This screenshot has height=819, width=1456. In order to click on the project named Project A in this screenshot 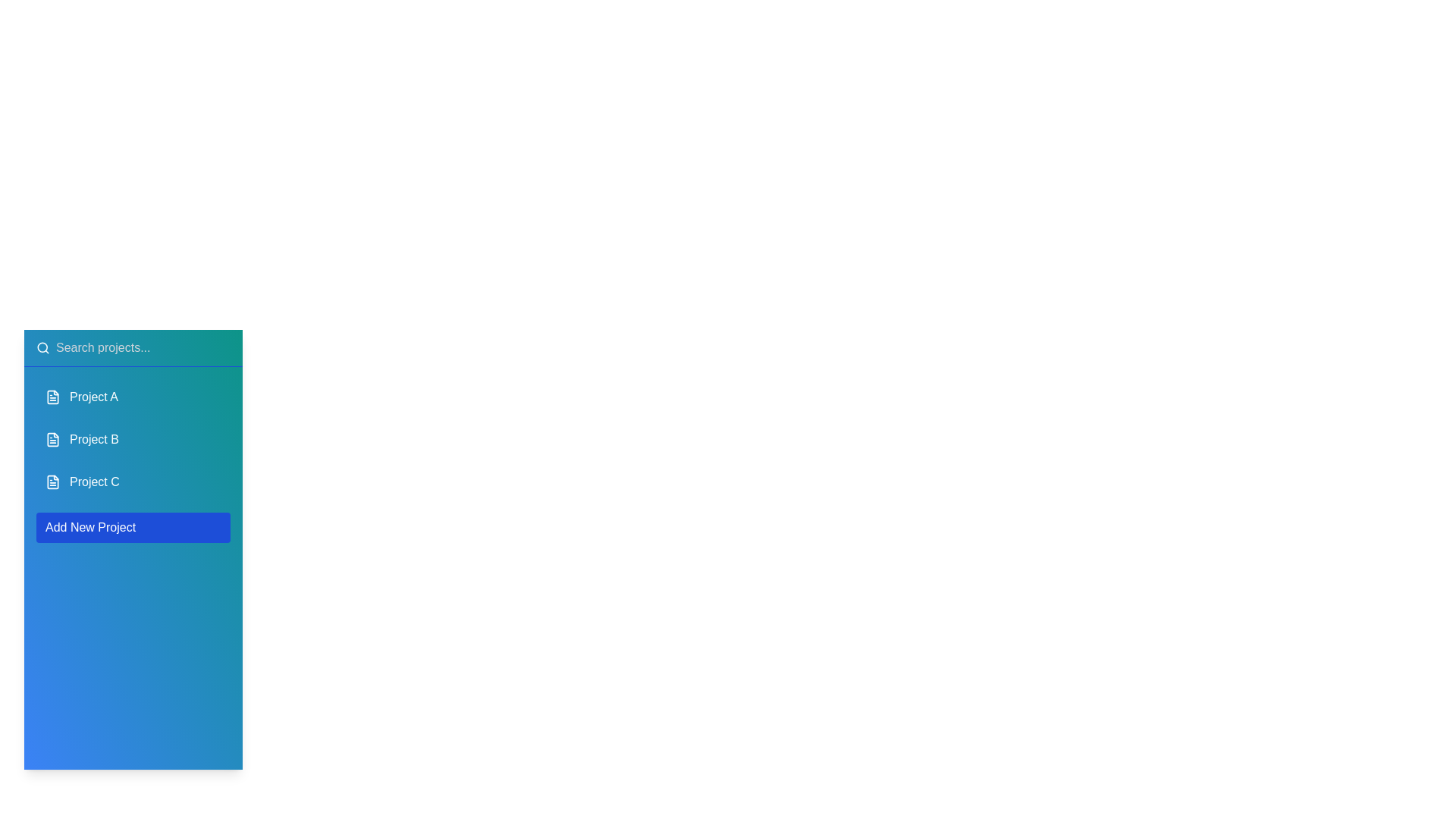, I will do `click(133, 397)`.